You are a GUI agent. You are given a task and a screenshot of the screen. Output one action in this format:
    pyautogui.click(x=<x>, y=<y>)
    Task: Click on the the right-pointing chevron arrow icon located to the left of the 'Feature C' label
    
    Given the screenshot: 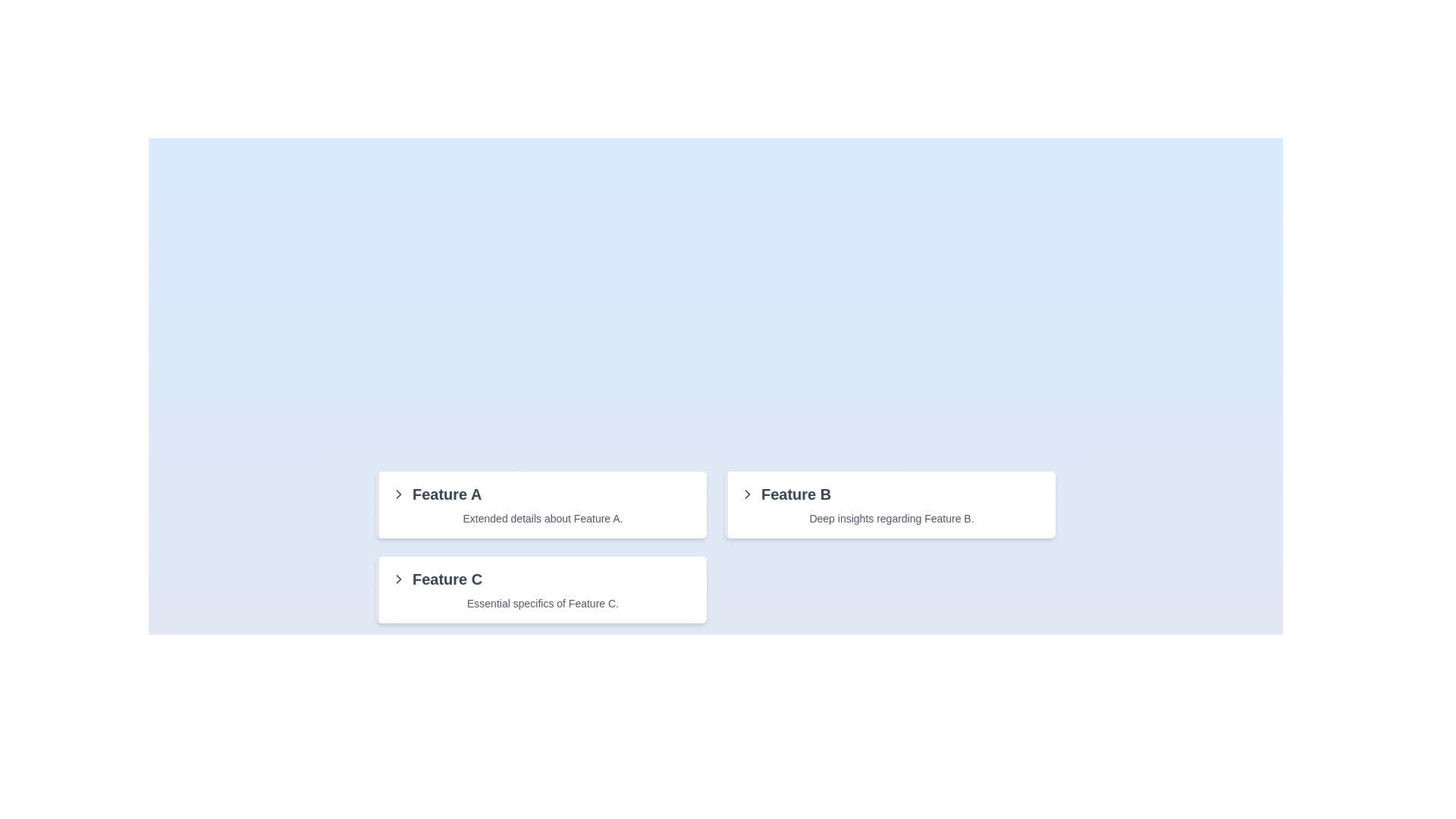 What is the action you would take?
    pyautogui.click(x=399, y=579)
    